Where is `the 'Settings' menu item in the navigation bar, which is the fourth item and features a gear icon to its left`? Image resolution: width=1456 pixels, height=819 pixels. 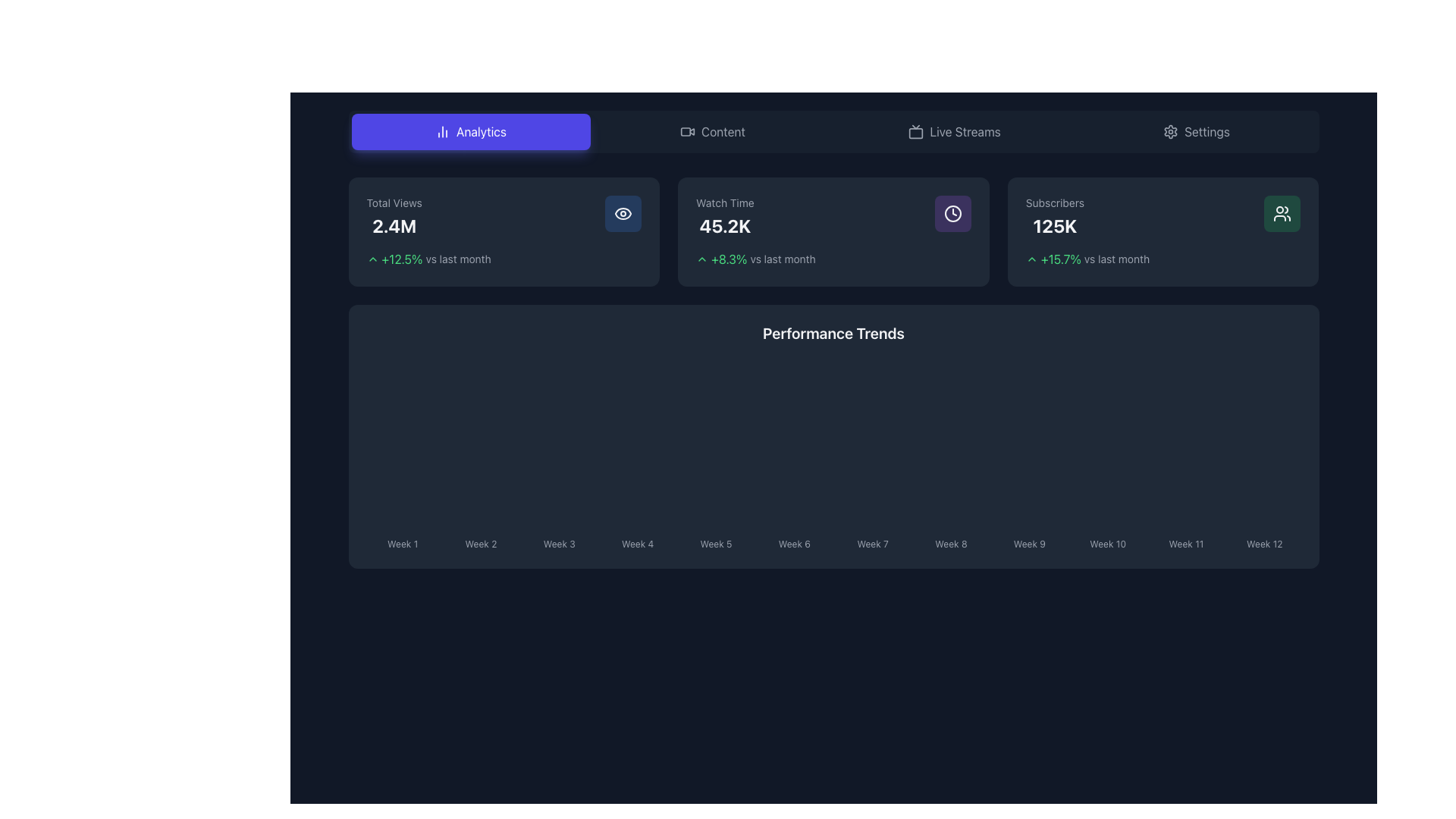
the 'Settings' menu item in the navigation bar, which is the fourth item and features a gear icon to its left is located at coordinates (1196, 130).